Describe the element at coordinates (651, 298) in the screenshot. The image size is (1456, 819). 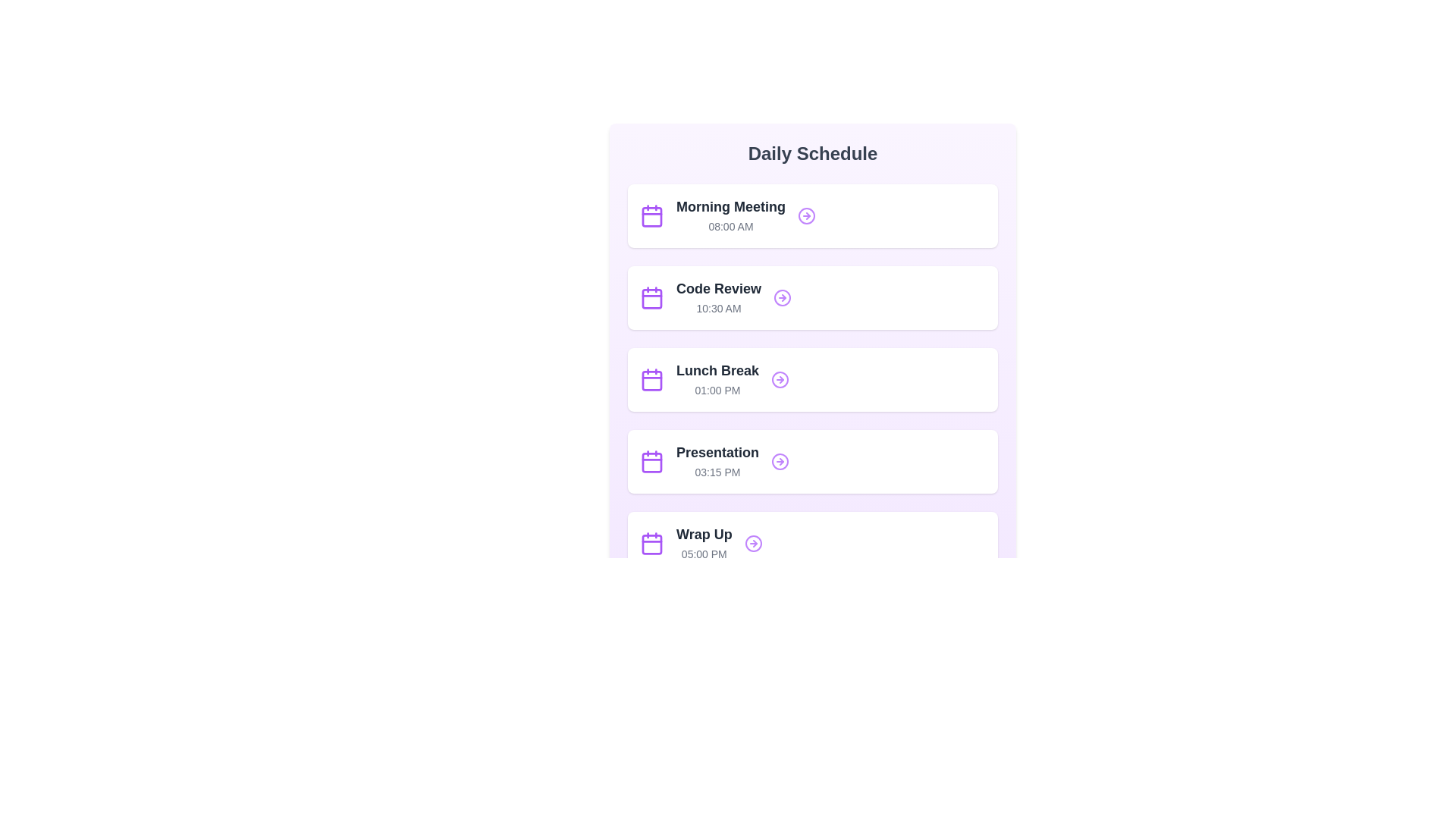
I see `the purple calendar icon located to the left of the 'Code Review' text within the second card in the list view` at that location.